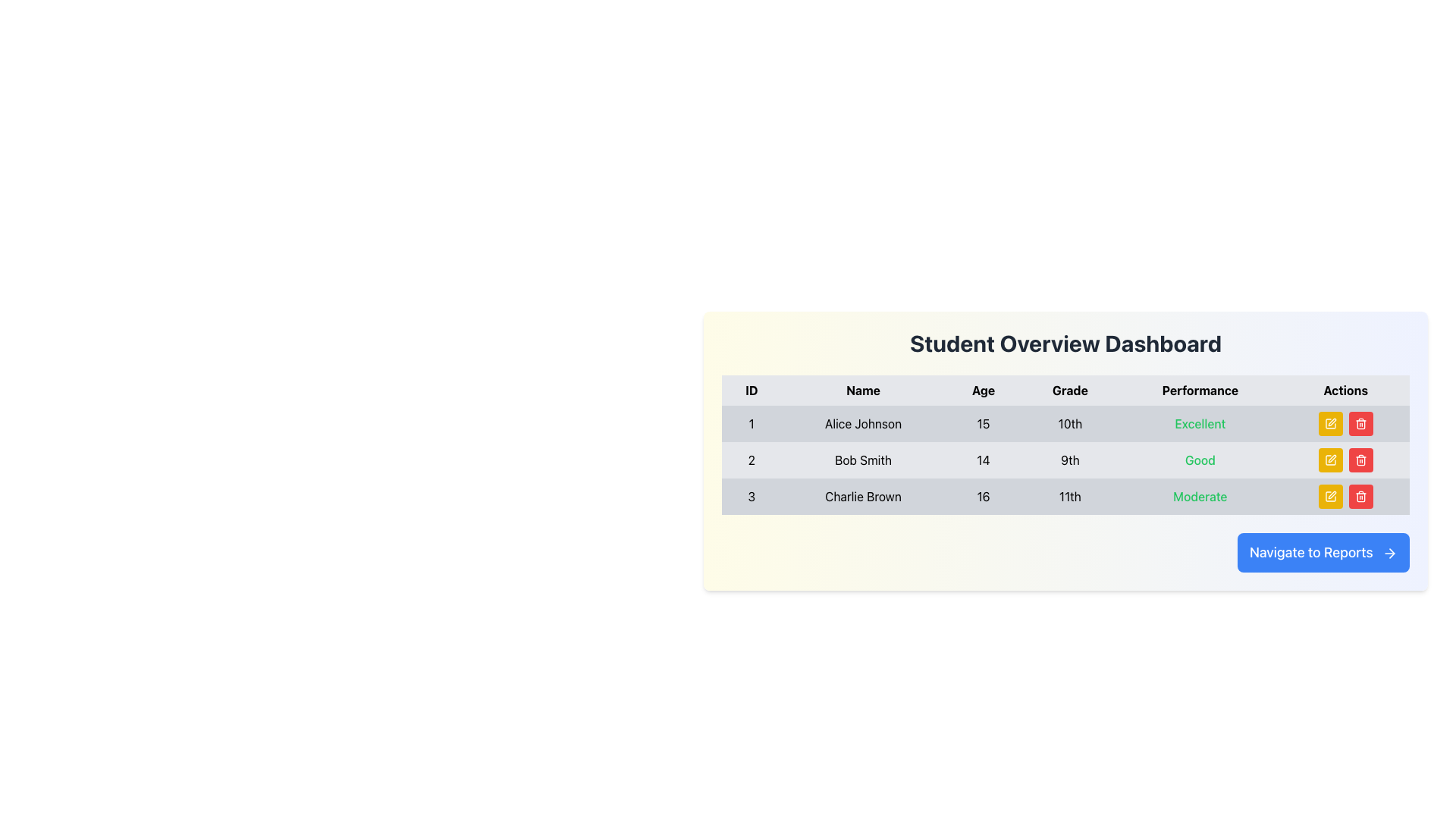  What do you see at coordinates (863, 424) in the screenshot?
I see `the Text label displaying 'Alice Johnson' in black font located in the 'Name' column of the first student entry in the Student Overview Dashboard` at bounding box center [863, 424].